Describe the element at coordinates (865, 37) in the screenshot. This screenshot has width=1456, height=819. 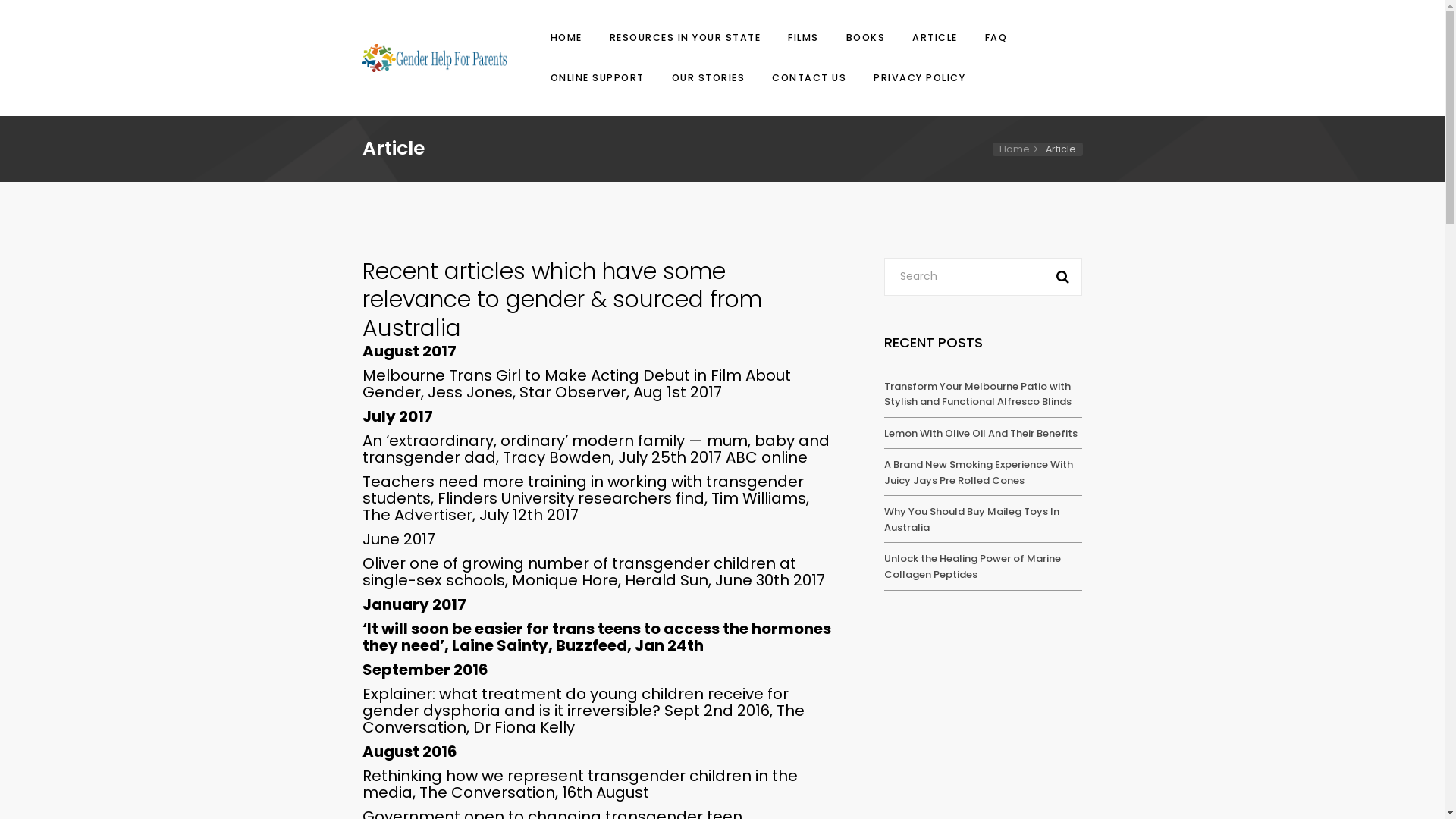
I see `'BOOKS'` at that location.